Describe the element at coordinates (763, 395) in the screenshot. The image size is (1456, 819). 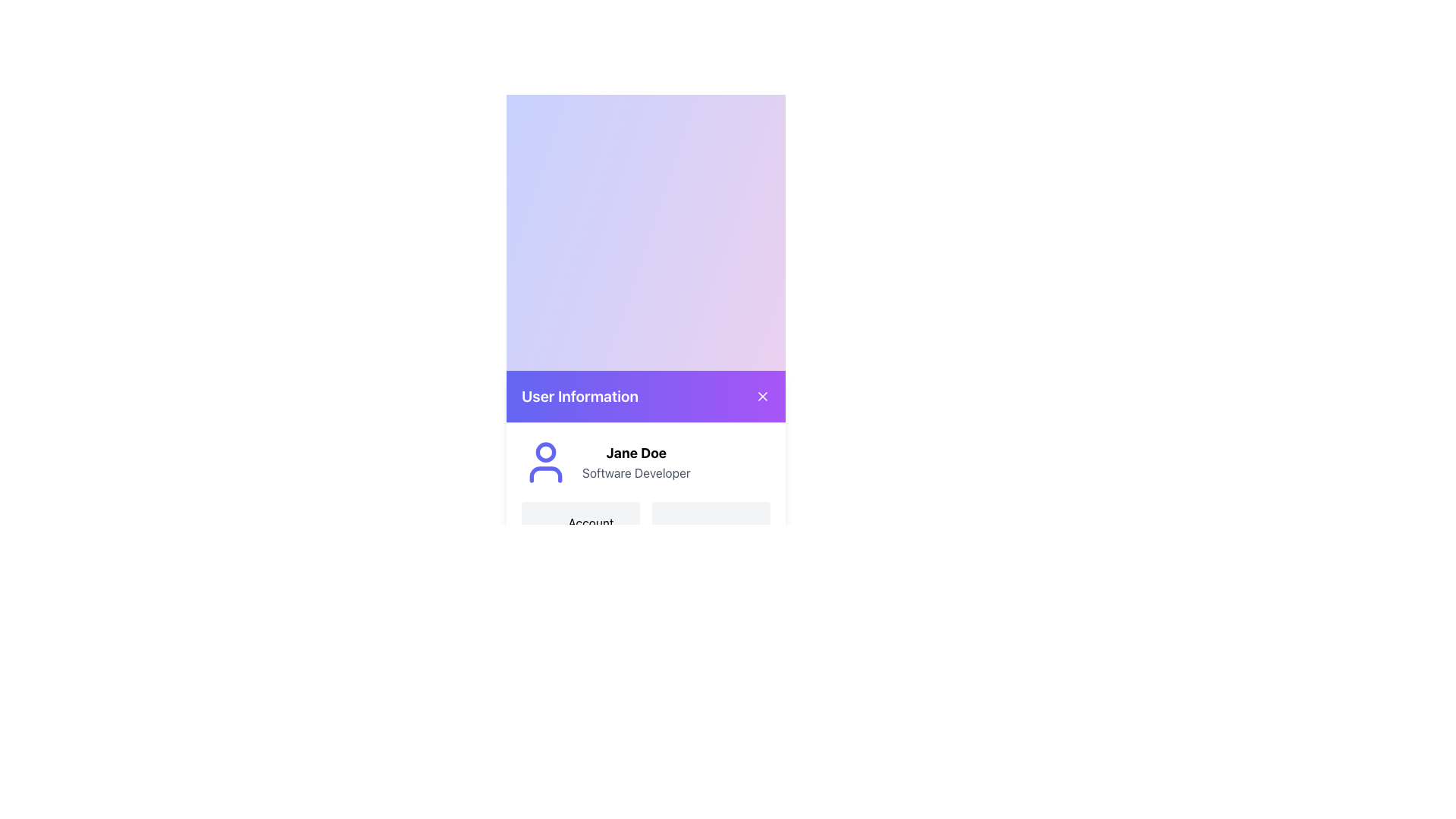
I see `the 'X' icon in the top right corner of the 'User Information' header bar` at that location.